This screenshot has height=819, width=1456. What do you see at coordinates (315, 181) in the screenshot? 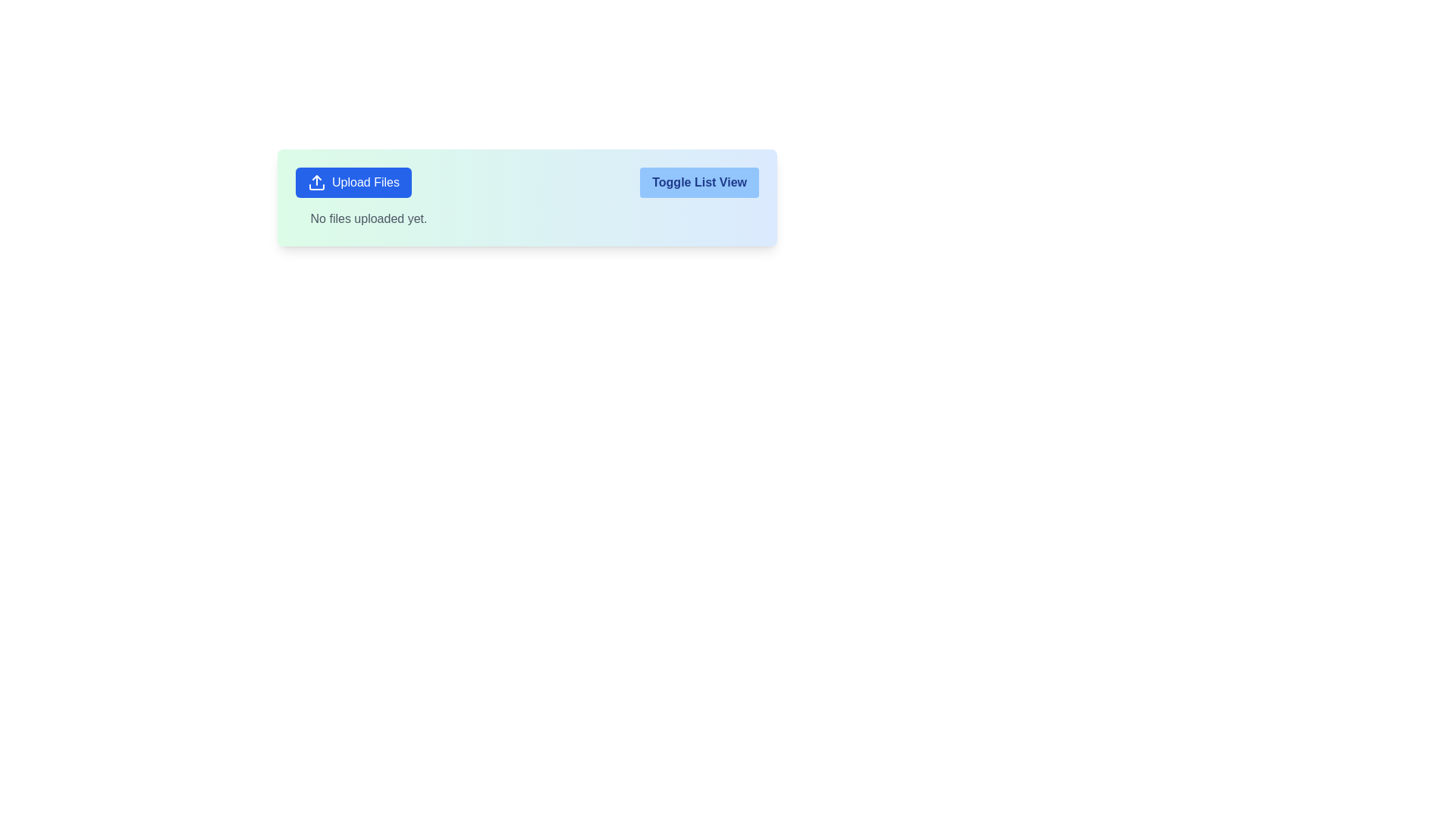
I see `the 'Upload Files' button icon, which is located on the leftmost side of the button labeled 'Upload Files' in the upper-left area of a card component` at bounding box center [315, 181].